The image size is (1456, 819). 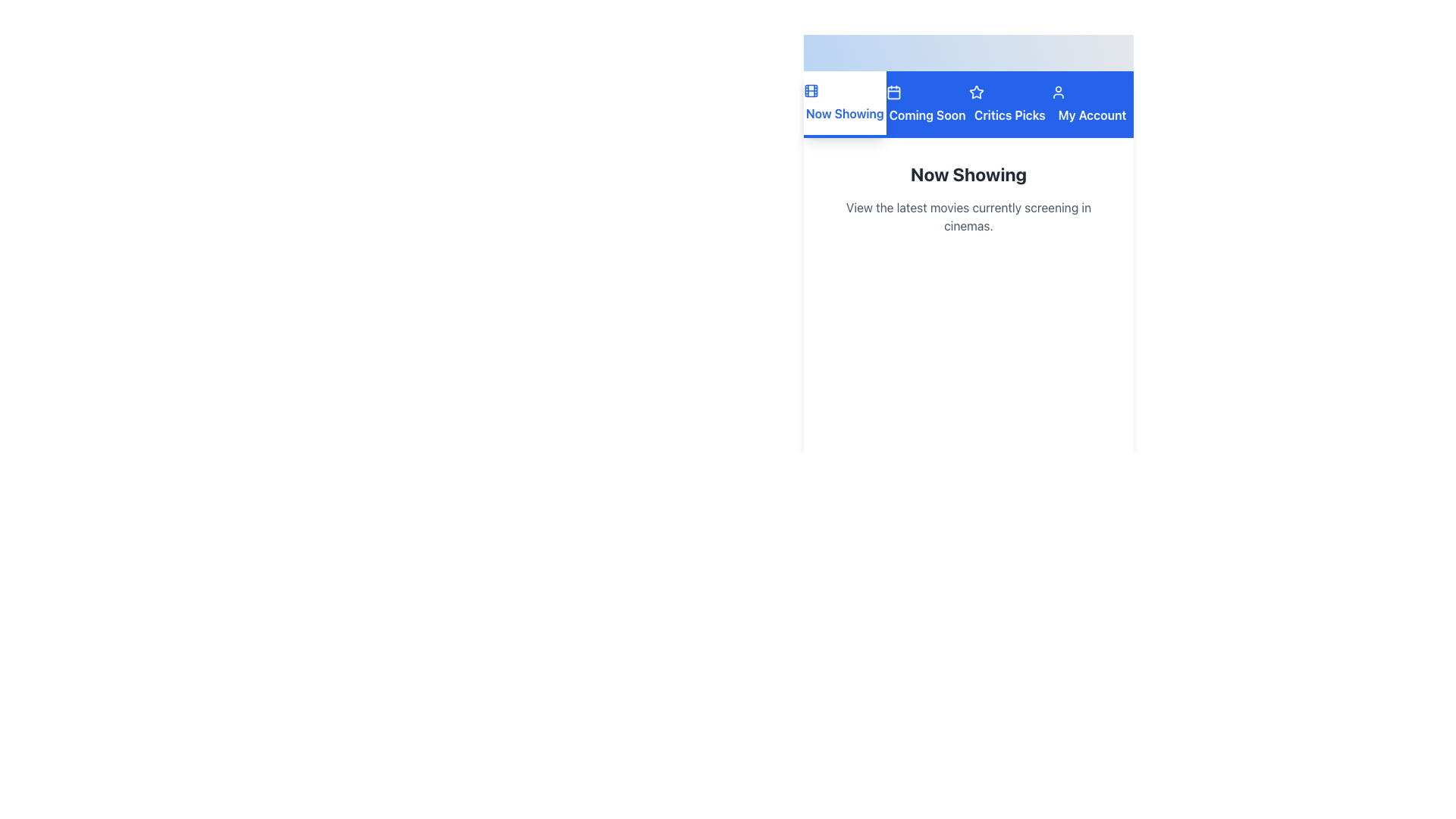 I want to click on the blue rectangular Navigation Button labeled 'Coming Soon' located in the navigation bar, so click(x=927, y=104).